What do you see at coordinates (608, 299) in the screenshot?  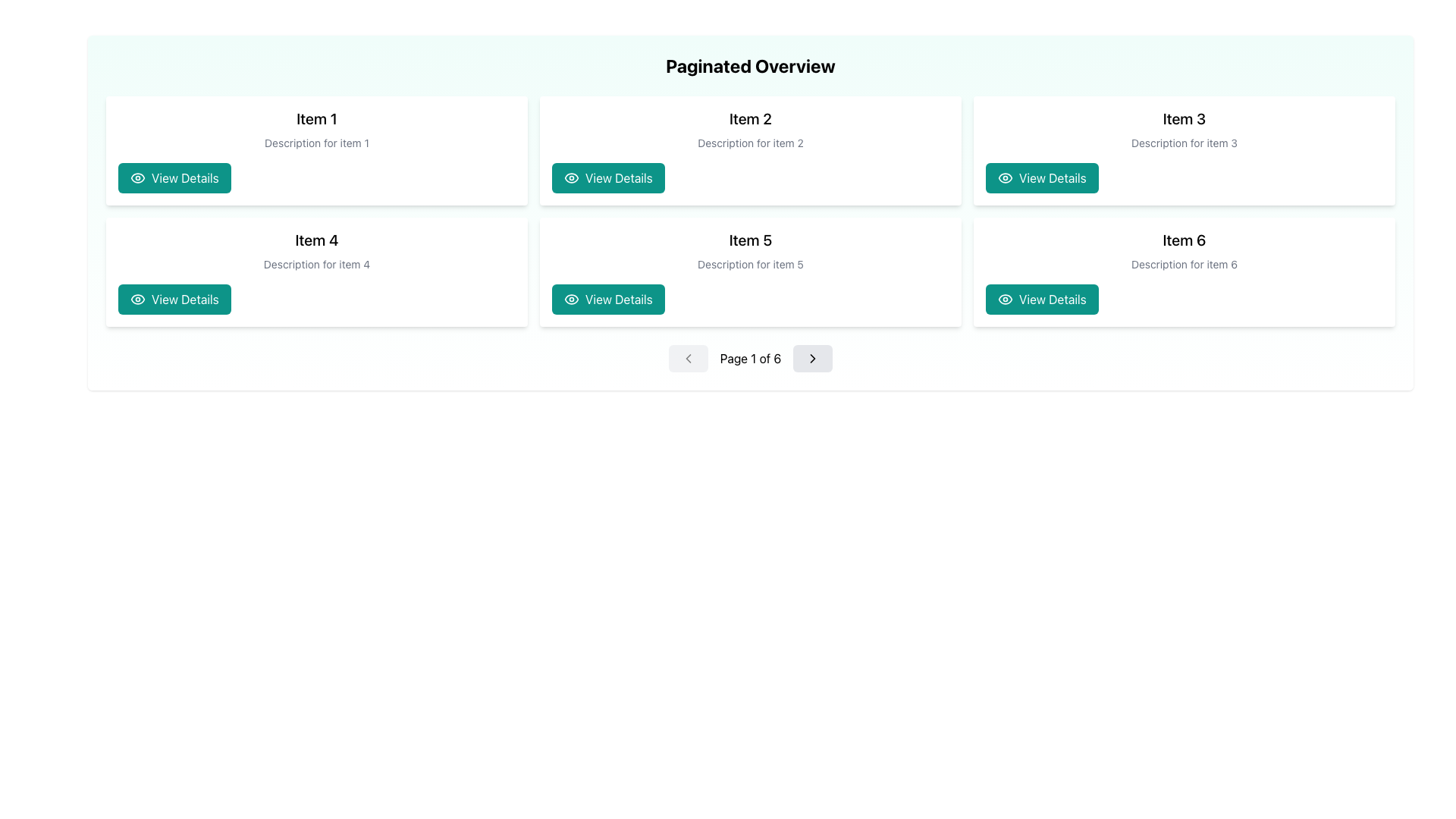 I see `the button related to 'Item 5'` at bounding box center [608, 299].